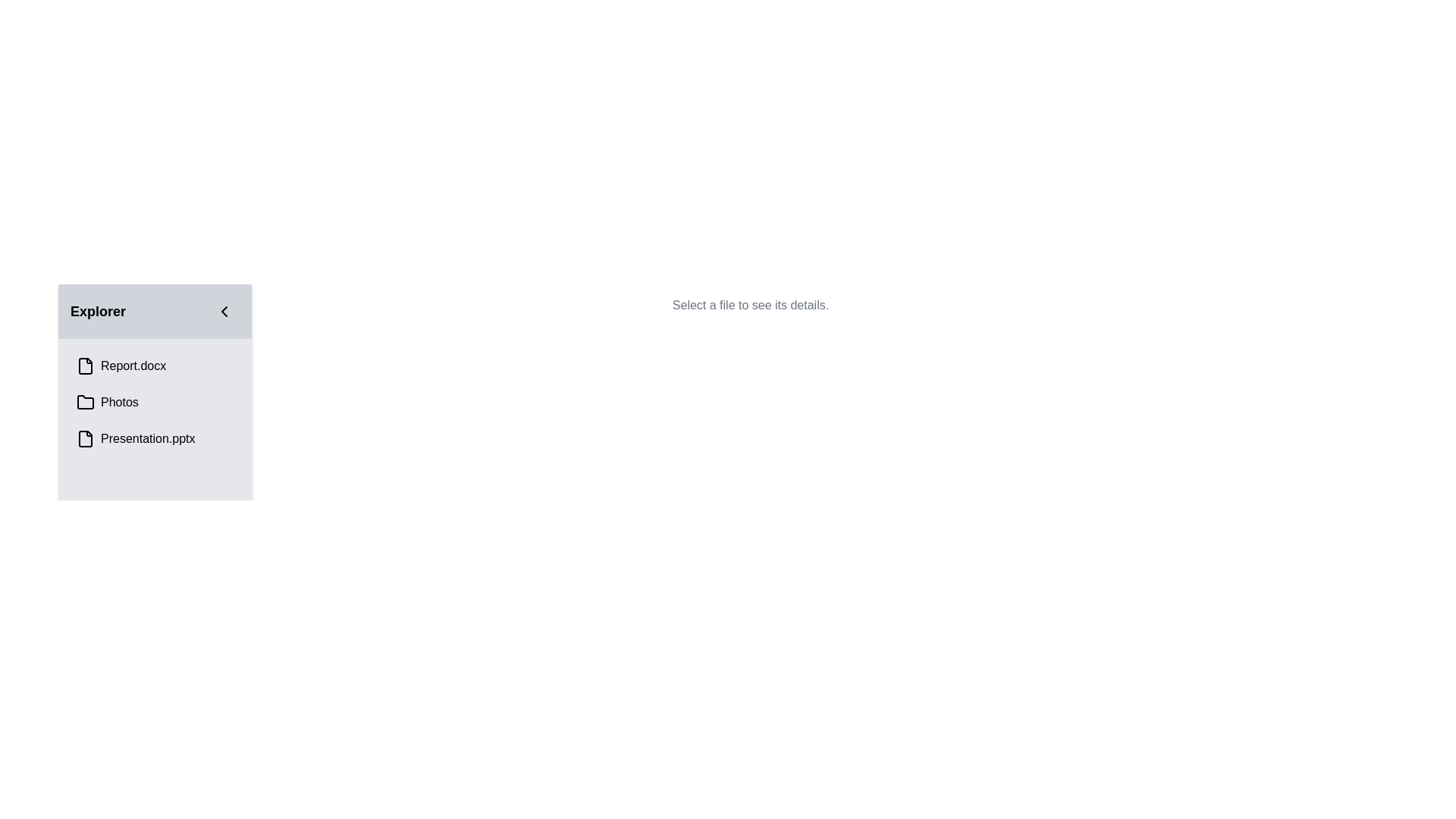 This screenshot has height=819, width=1456. I want to click on the text label displaying 'Report.docx' located in the left-hand sidebar under the 'Explorer' heading, so click(133, 366).